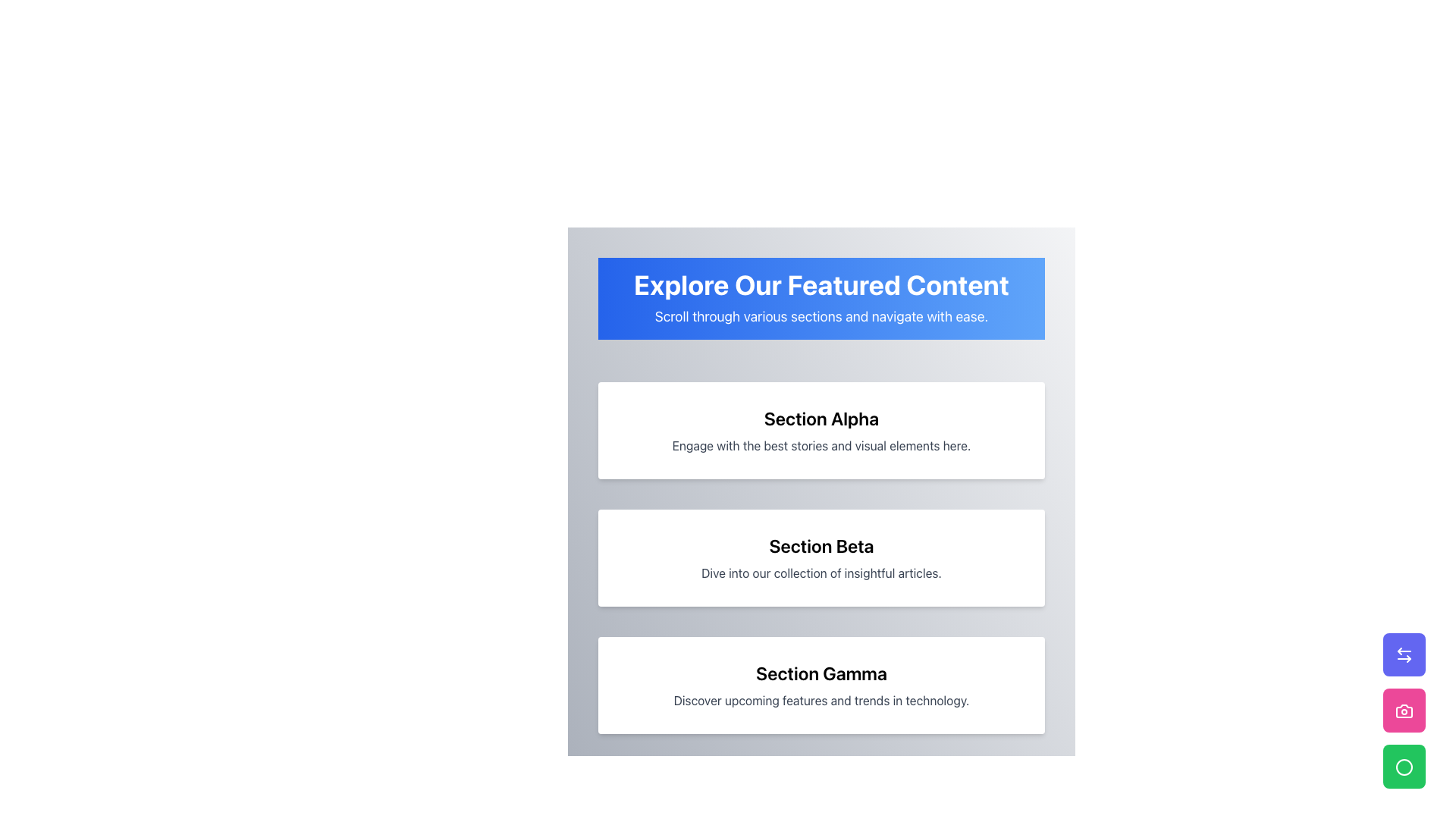 The width and height of the screenshot is (1456, 819). What do you see at coordinates (821, 685) in the screenshot?
I see `heading 'Section Gamma' and subtitle 'Discover upcoming features and trends in technology.' from the Content Card located at the center of the third card in a vertically stacked list` at bounding box center [821, 685].